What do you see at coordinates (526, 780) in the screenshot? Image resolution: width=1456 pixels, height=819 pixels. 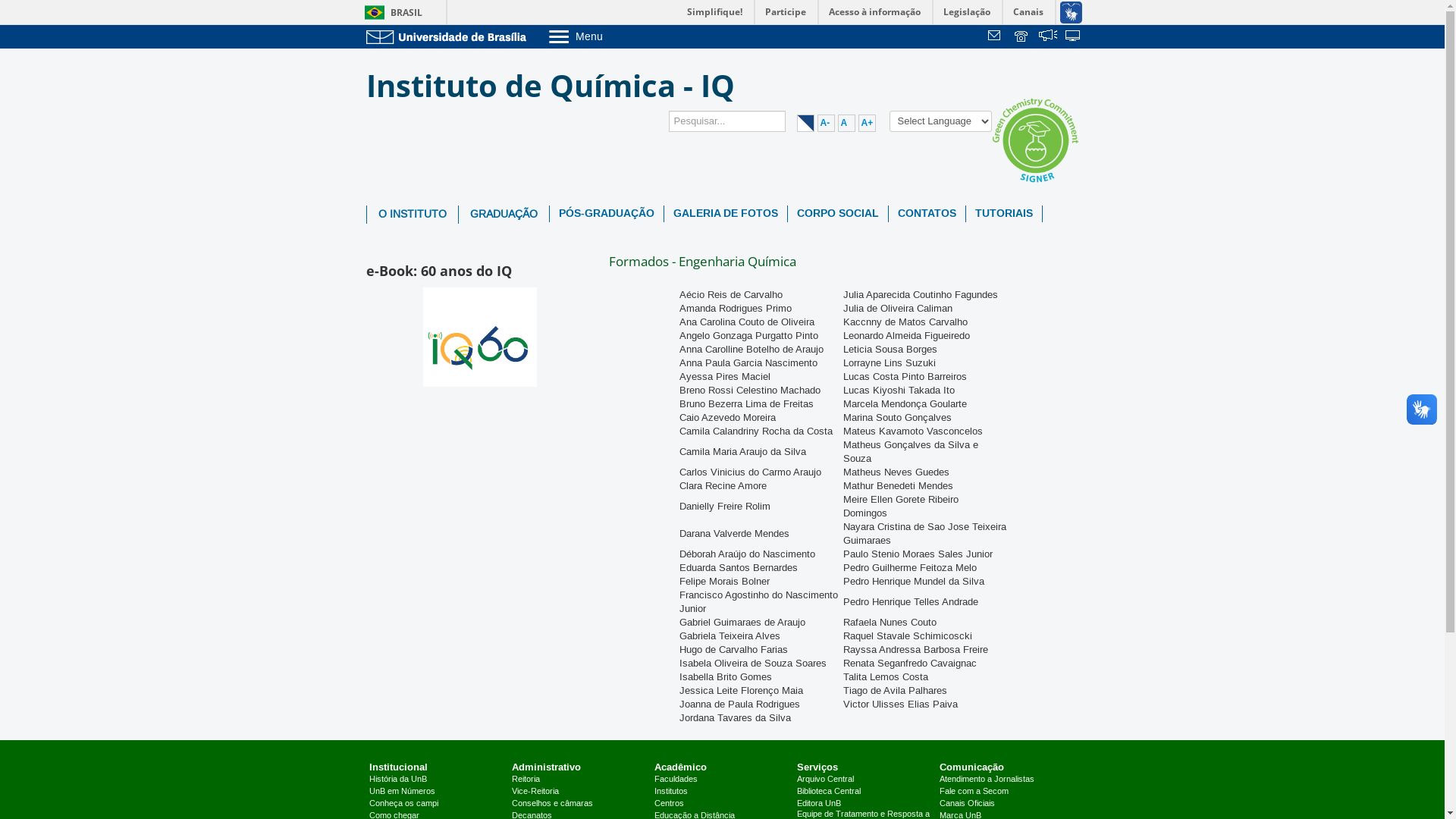 I see `'Reitoria'` at bounding box center [526, 780].